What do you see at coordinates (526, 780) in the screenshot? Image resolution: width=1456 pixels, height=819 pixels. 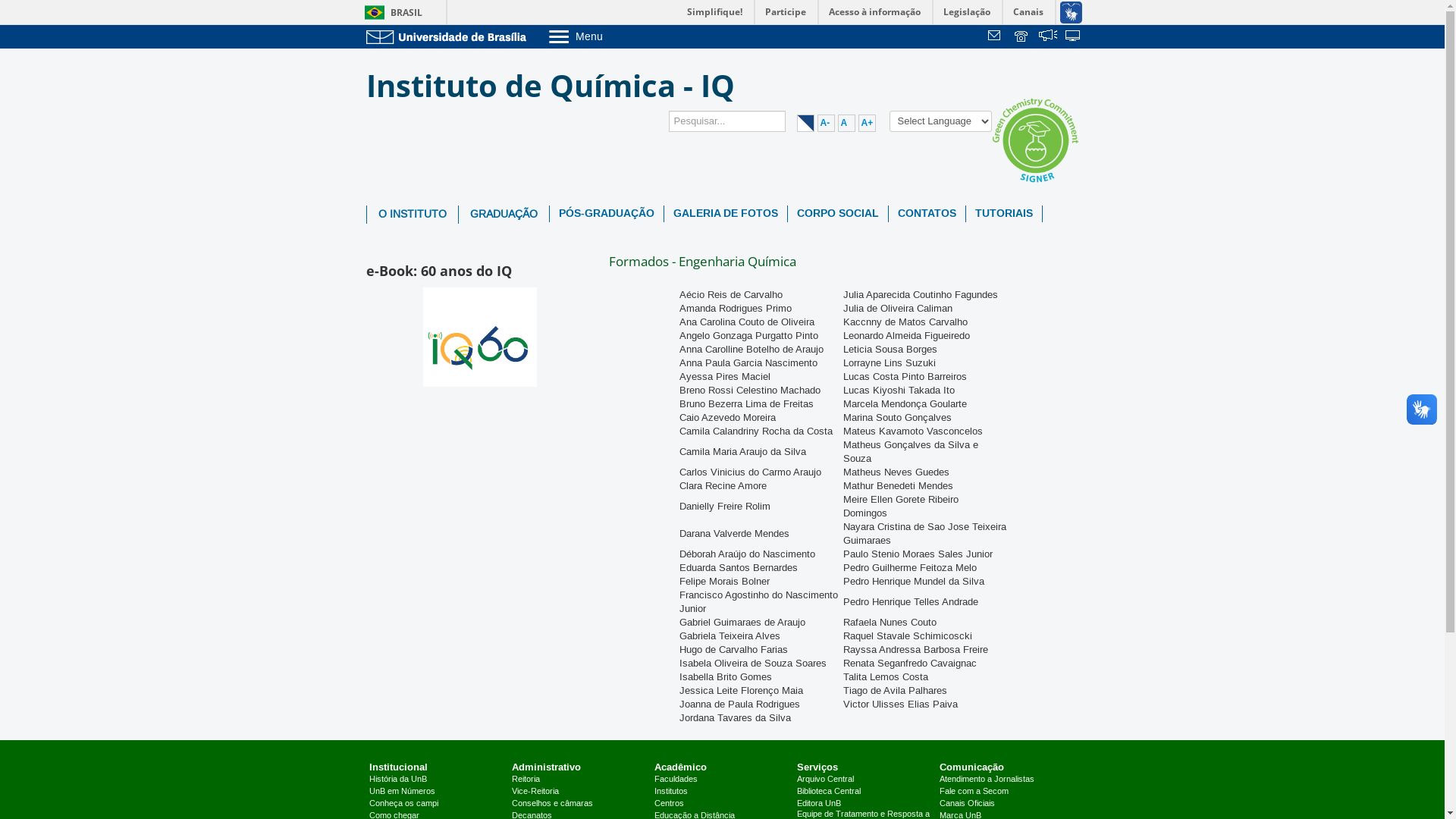 I see `'Reitoria'` at bounding box center [526, 780].